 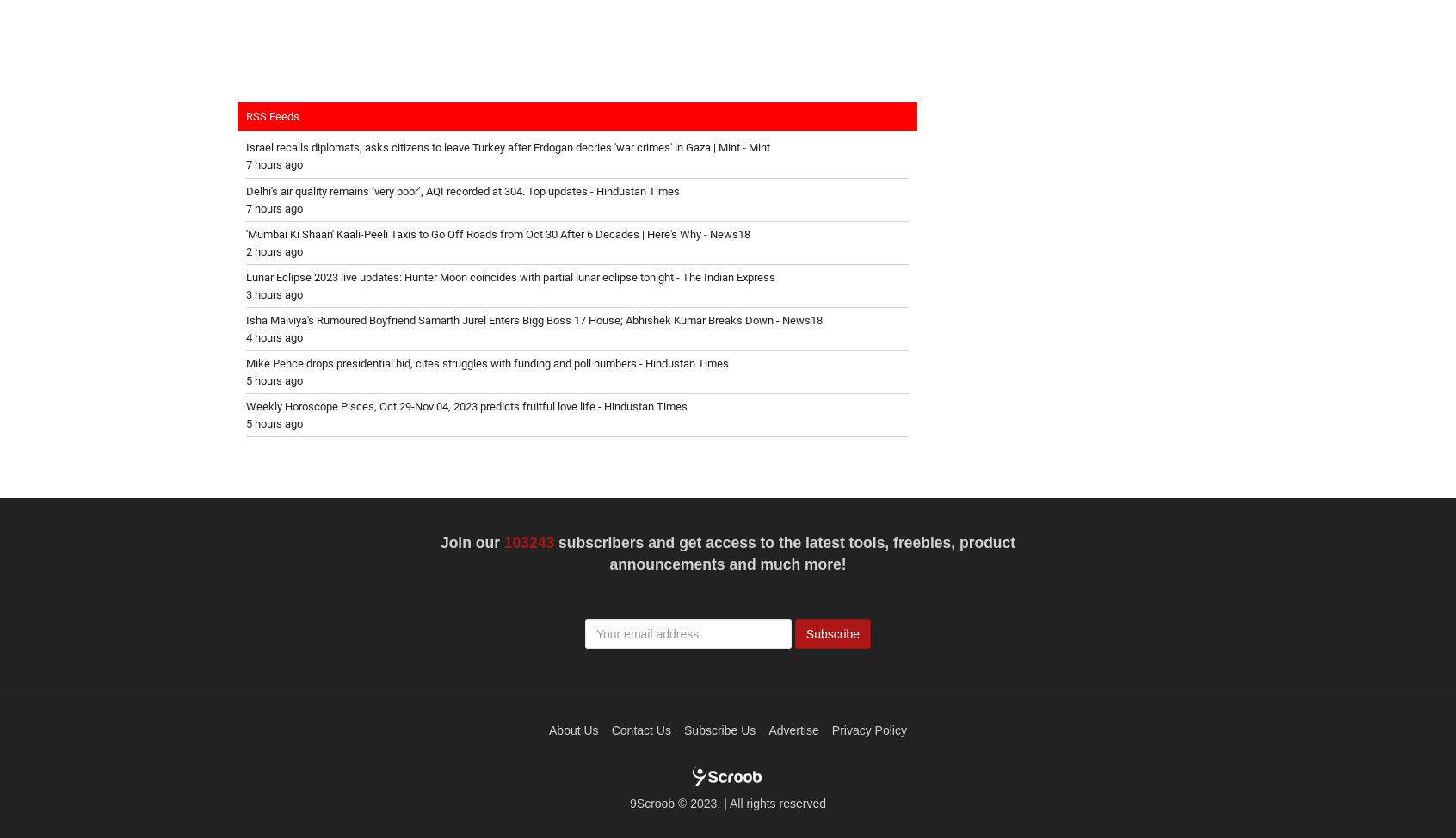 I want to click on 'Join our', so click(x=472, y=541).